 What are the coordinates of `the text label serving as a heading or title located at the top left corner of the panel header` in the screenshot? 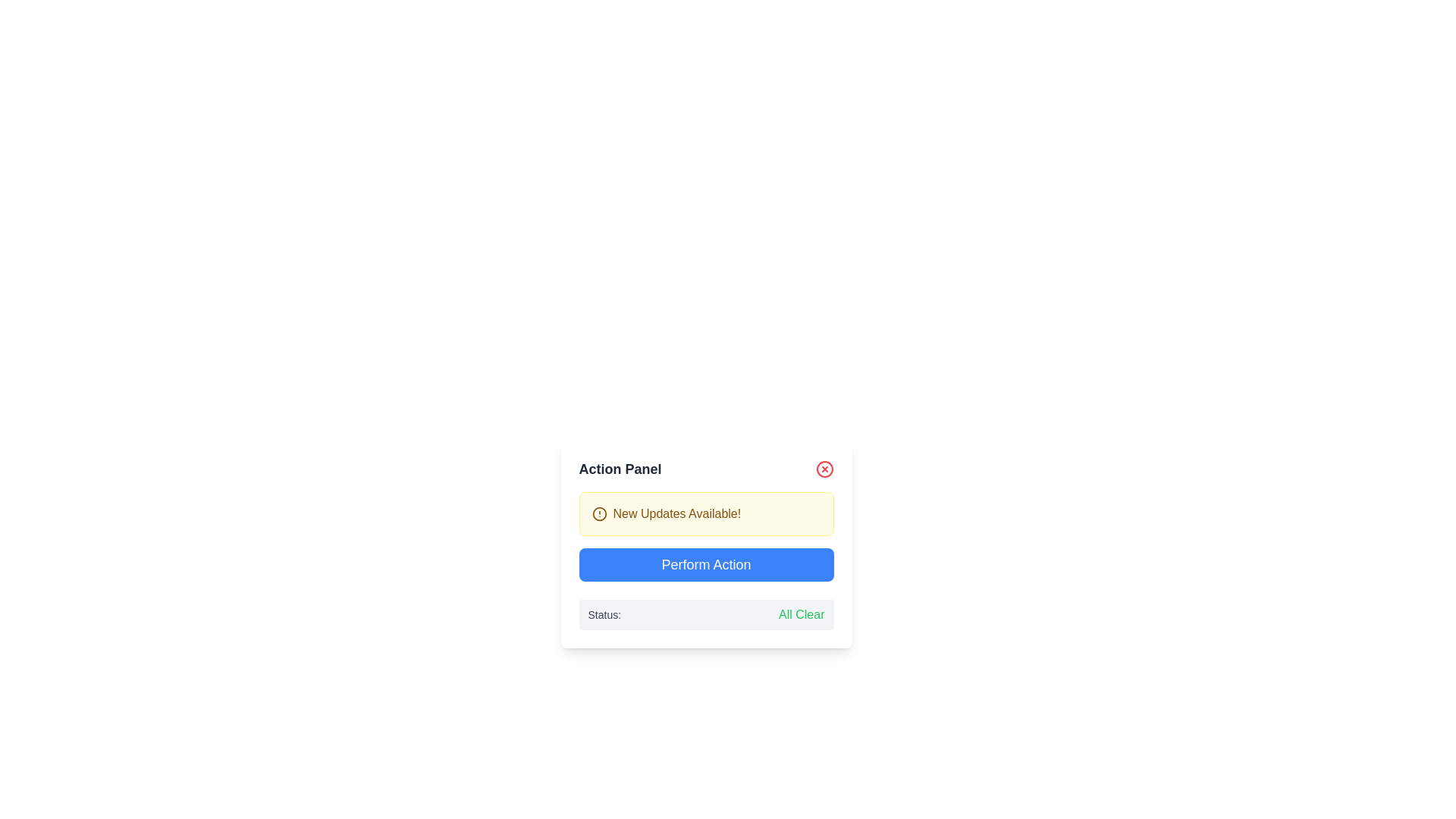 It's located at (620, 468).